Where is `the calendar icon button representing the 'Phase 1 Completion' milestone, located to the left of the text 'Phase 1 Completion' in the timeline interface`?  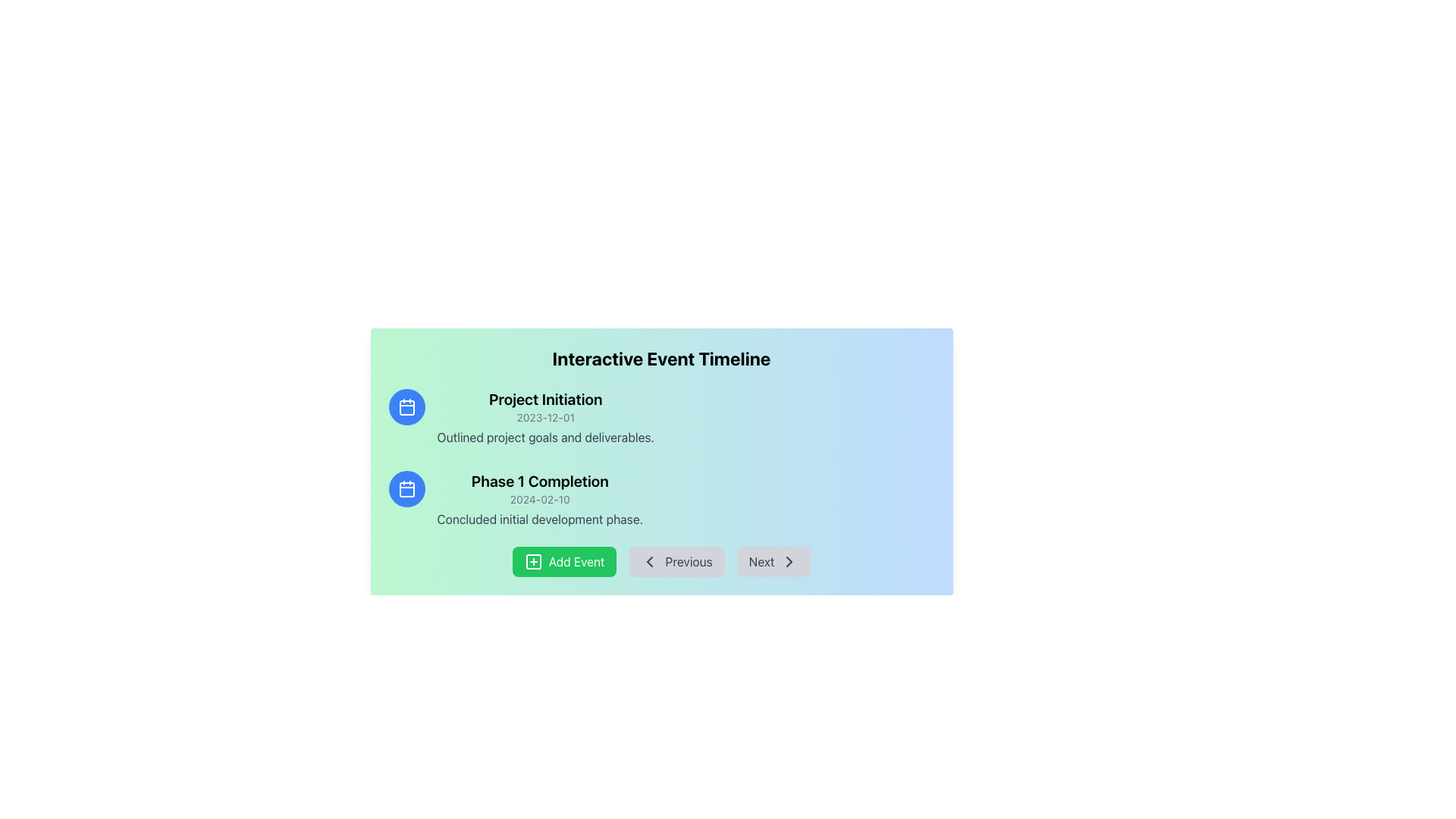 the calendar icon button representing the 'Phase 1 Completion' milestone, located to the left of the text 'Phase 1 Completion' in the timeline interface is located at coordinates (406, 488).